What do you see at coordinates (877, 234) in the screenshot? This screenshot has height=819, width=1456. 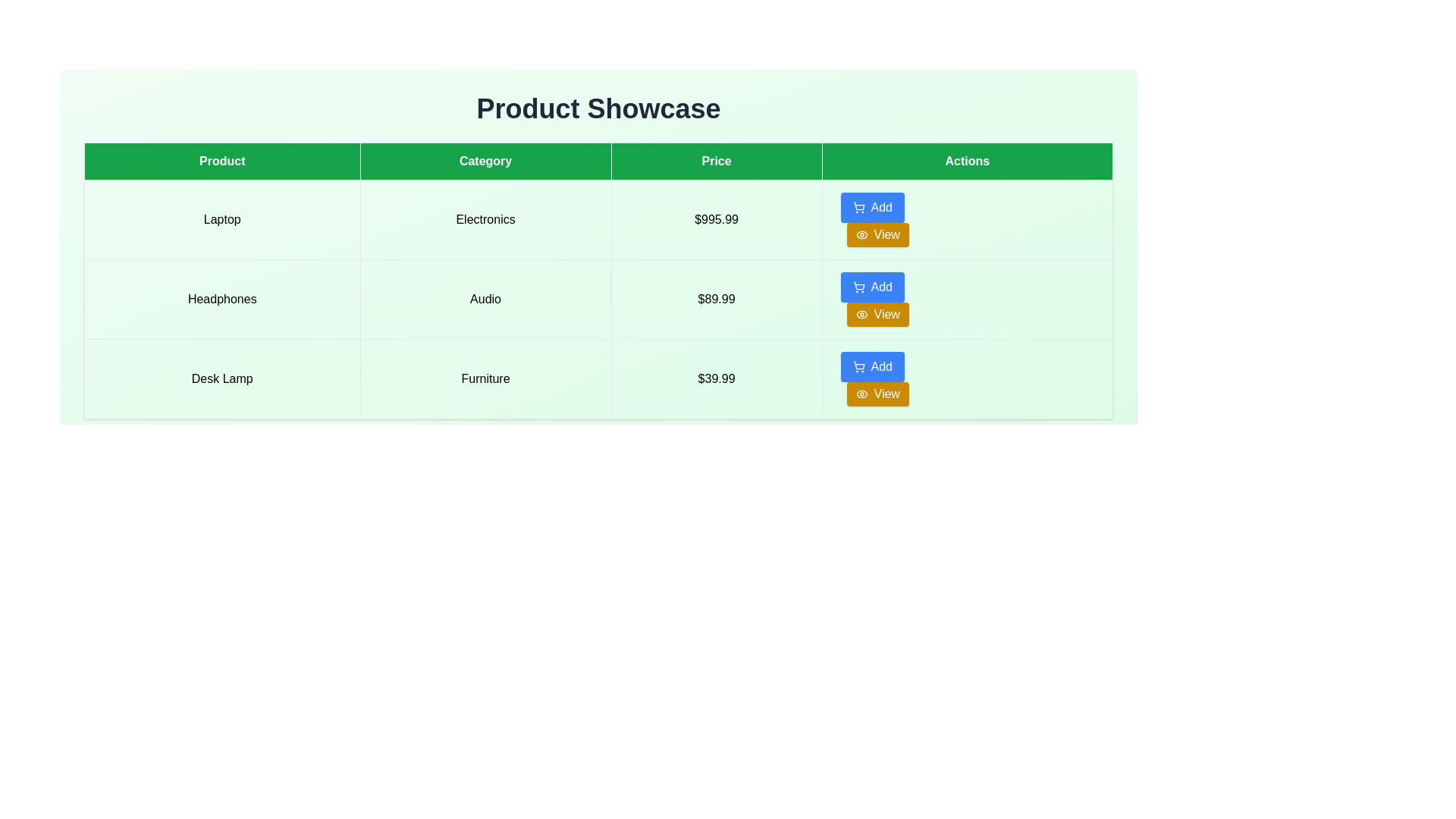 I see `the actionable button in the 'Actions' column for the 'Laptop' product` at bounding box center [877, 234].